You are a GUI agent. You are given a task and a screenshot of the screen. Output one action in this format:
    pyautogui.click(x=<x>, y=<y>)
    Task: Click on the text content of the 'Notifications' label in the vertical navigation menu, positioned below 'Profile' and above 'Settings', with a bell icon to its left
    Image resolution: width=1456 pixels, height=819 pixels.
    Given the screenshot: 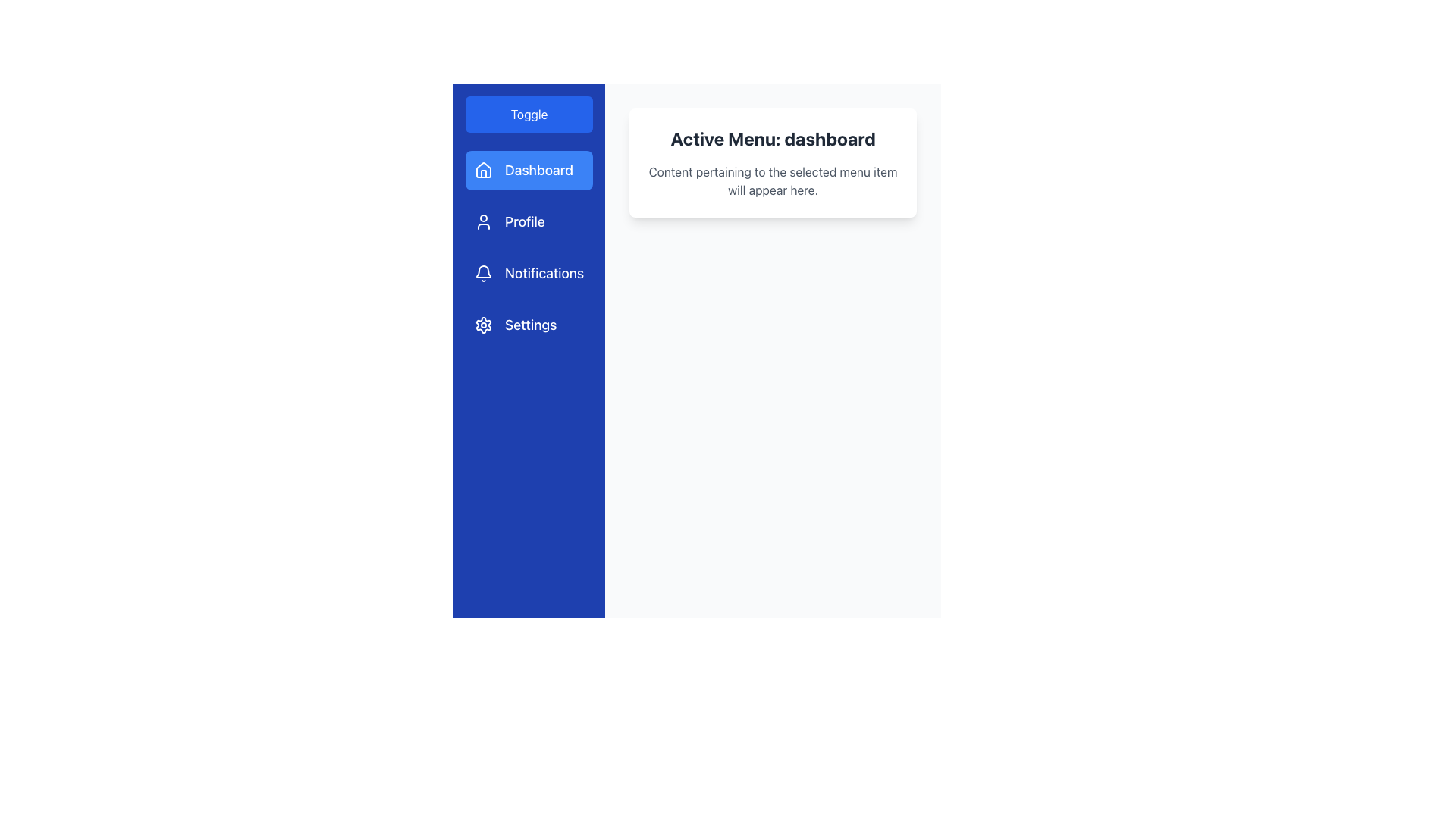 What is the action you would take?
    pyautogui.click(x=544, y=274)
    